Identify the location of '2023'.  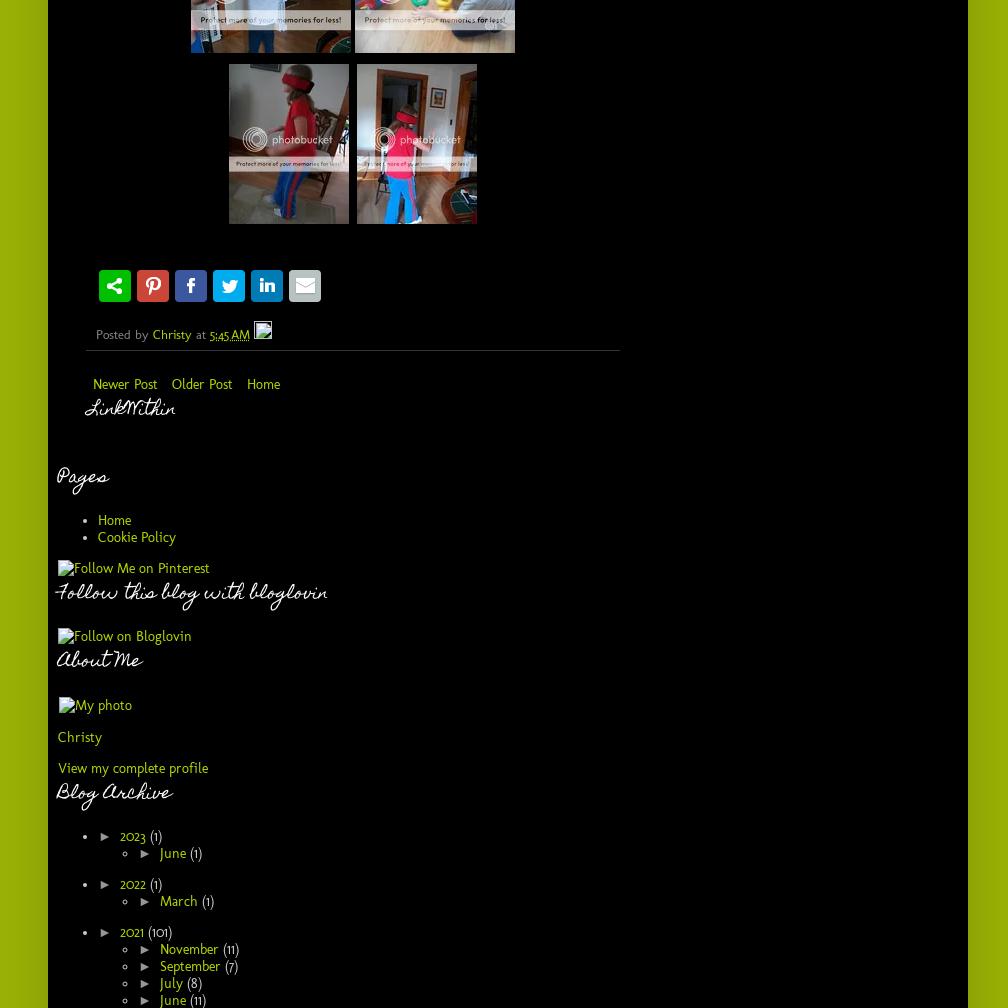
(133, 835).